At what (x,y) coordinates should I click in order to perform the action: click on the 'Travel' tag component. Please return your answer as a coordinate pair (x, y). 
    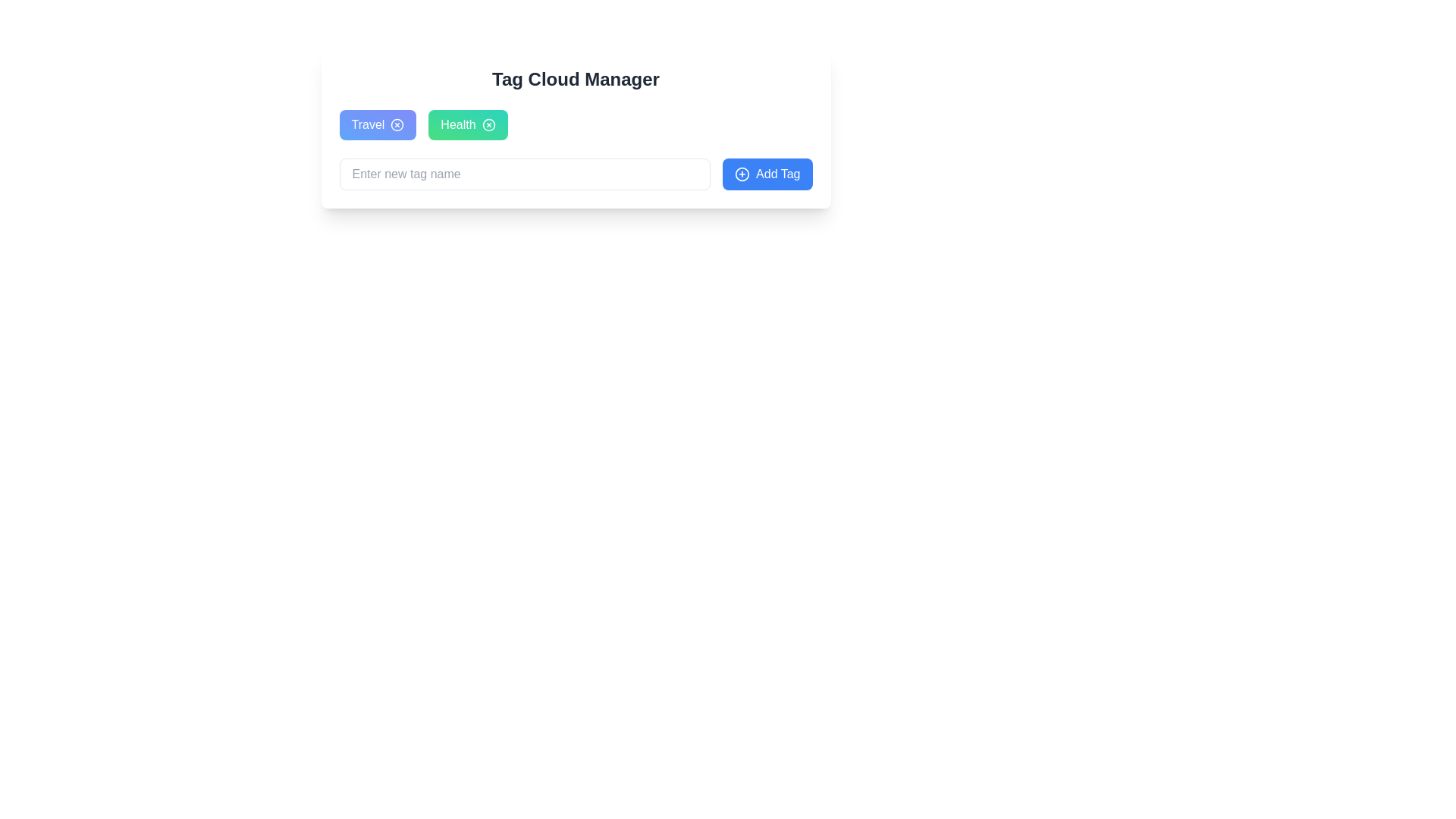
    Looking at the image, I should click on (378, 124).